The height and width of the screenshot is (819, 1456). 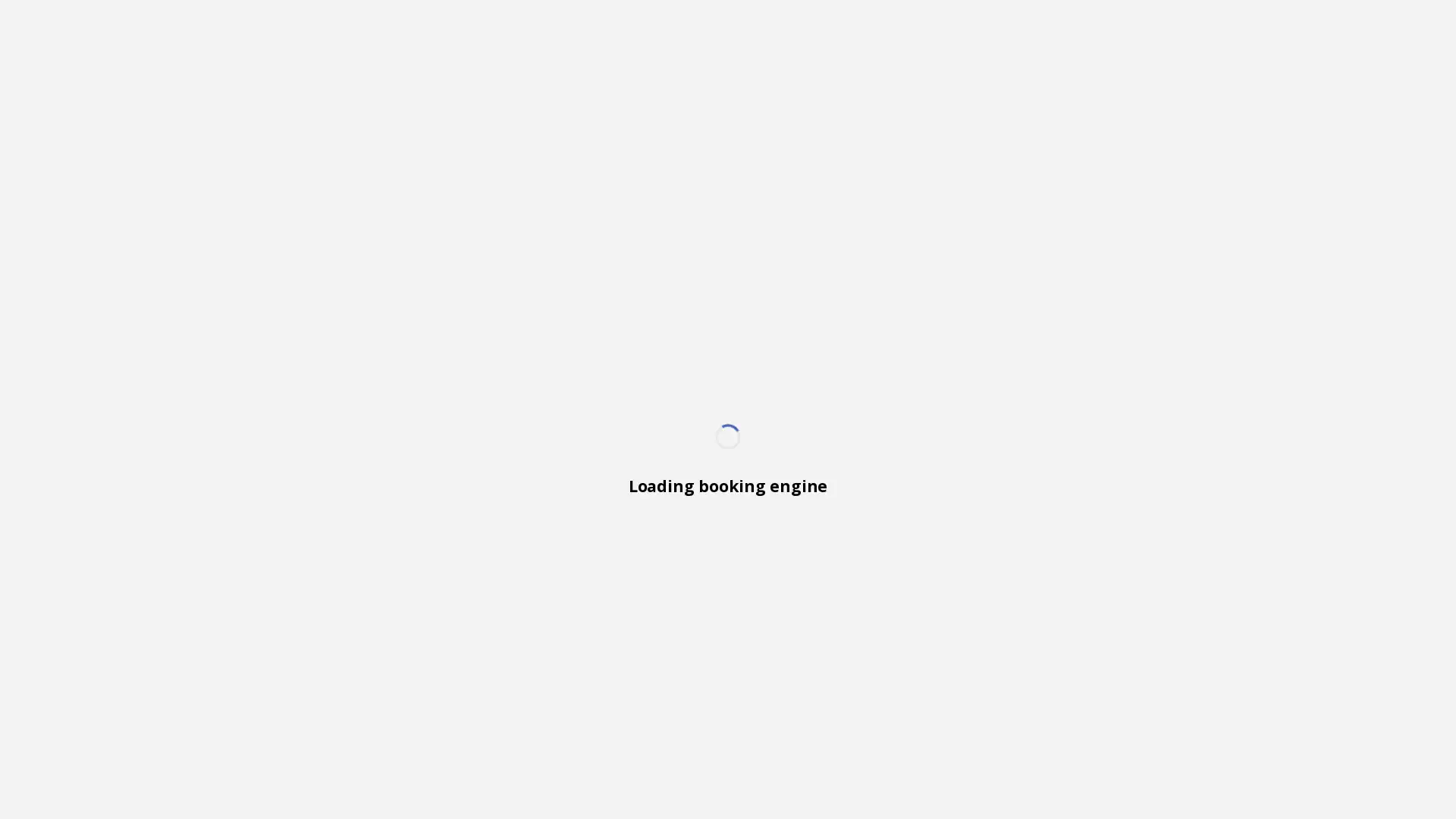 What do you see at coordinates (1234, 771) in the screenshot?
I see `Accept all` at bounding box center [1234, 771].